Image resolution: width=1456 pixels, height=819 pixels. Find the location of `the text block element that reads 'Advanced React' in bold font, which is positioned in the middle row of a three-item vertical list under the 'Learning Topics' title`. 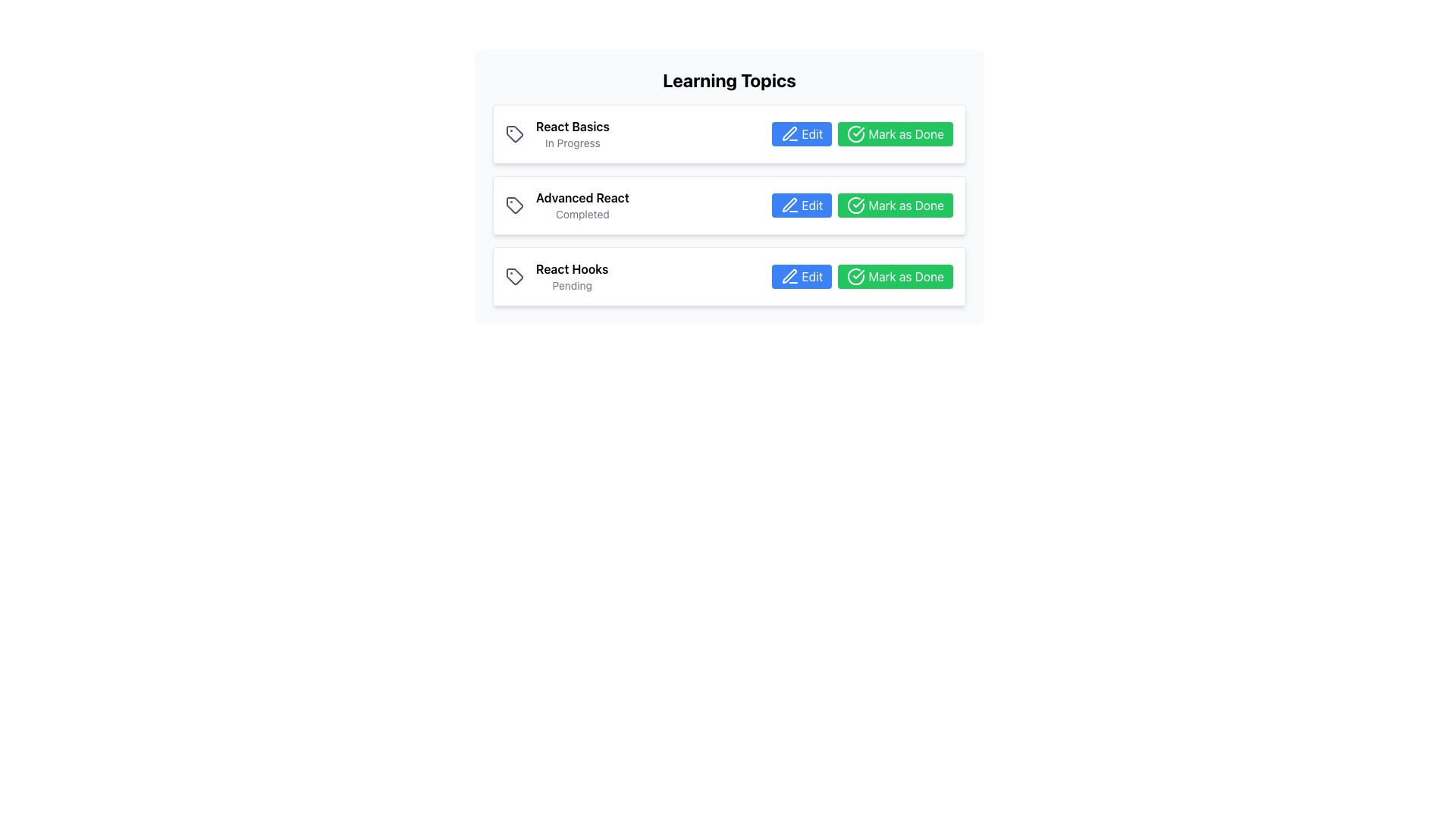

the text block element that reads 'Advanced React' in bold font, which is positioned in the middle row of a three-item vertical list under the 'Learning Topics' title is located at coordinates (582, 205).